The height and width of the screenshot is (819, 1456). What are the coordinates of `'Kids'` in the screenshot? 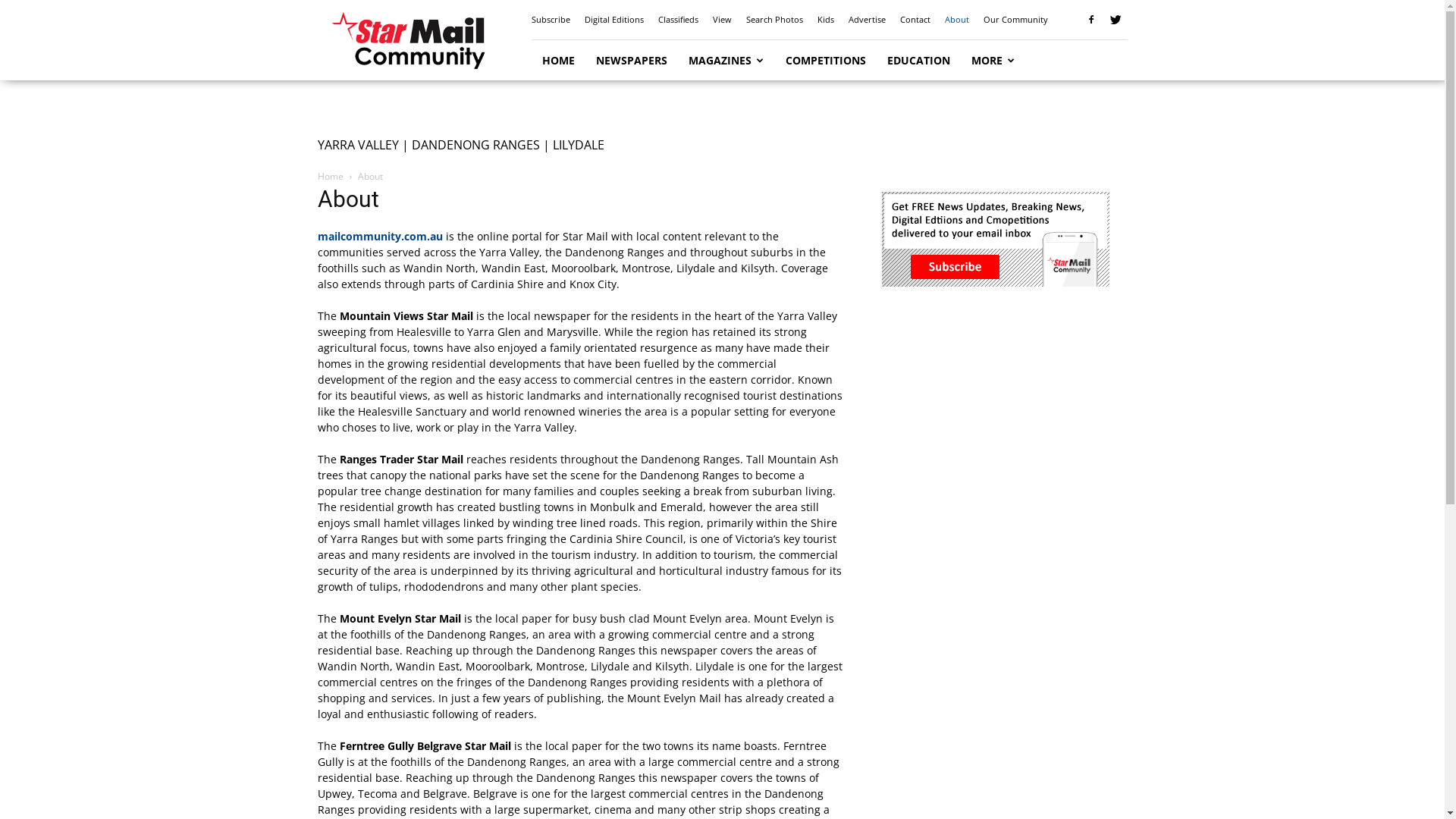 It's located at (825, 19).